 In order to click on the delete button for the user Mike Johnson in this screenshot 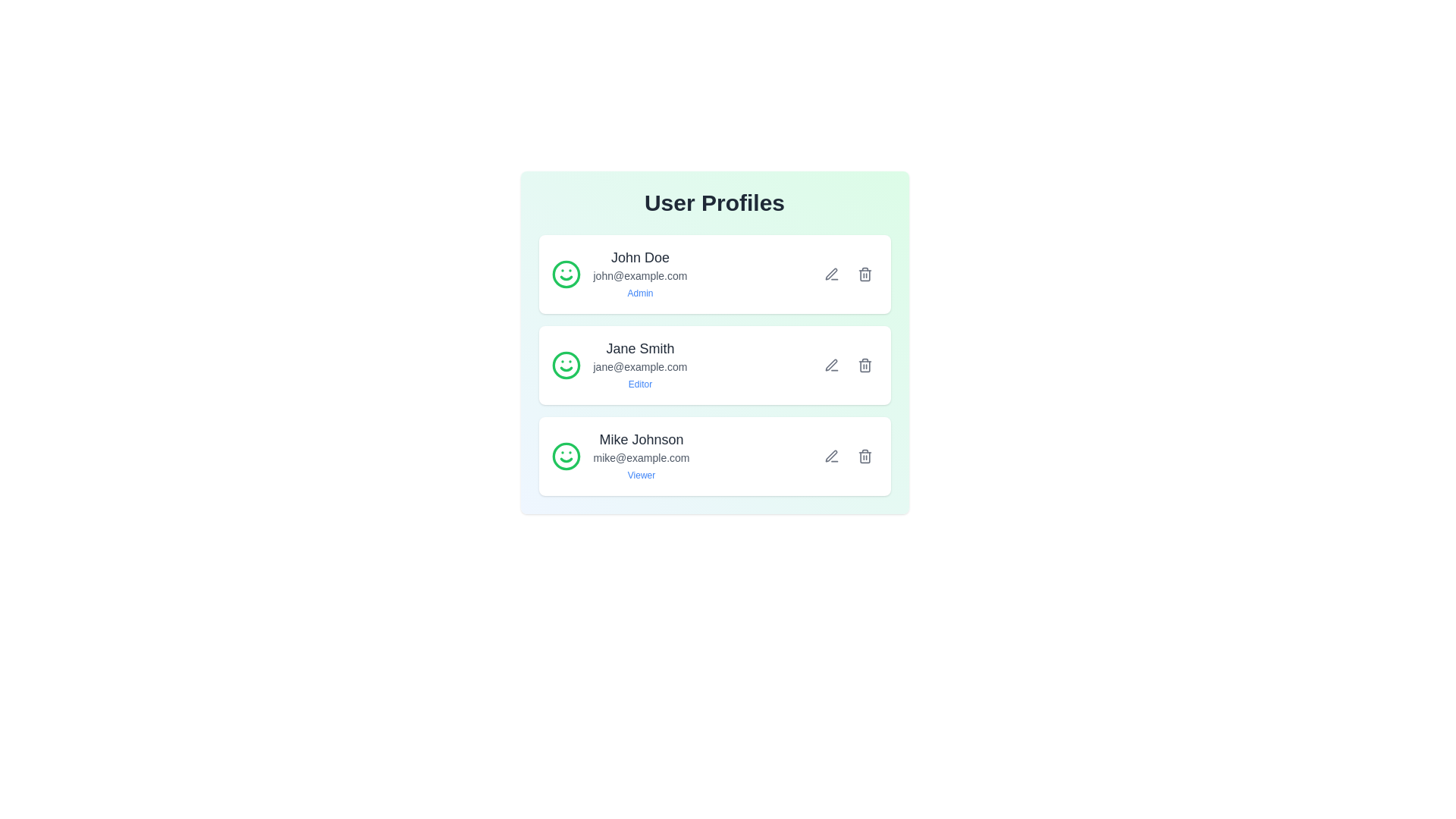, I will do `click(864, 455)`.